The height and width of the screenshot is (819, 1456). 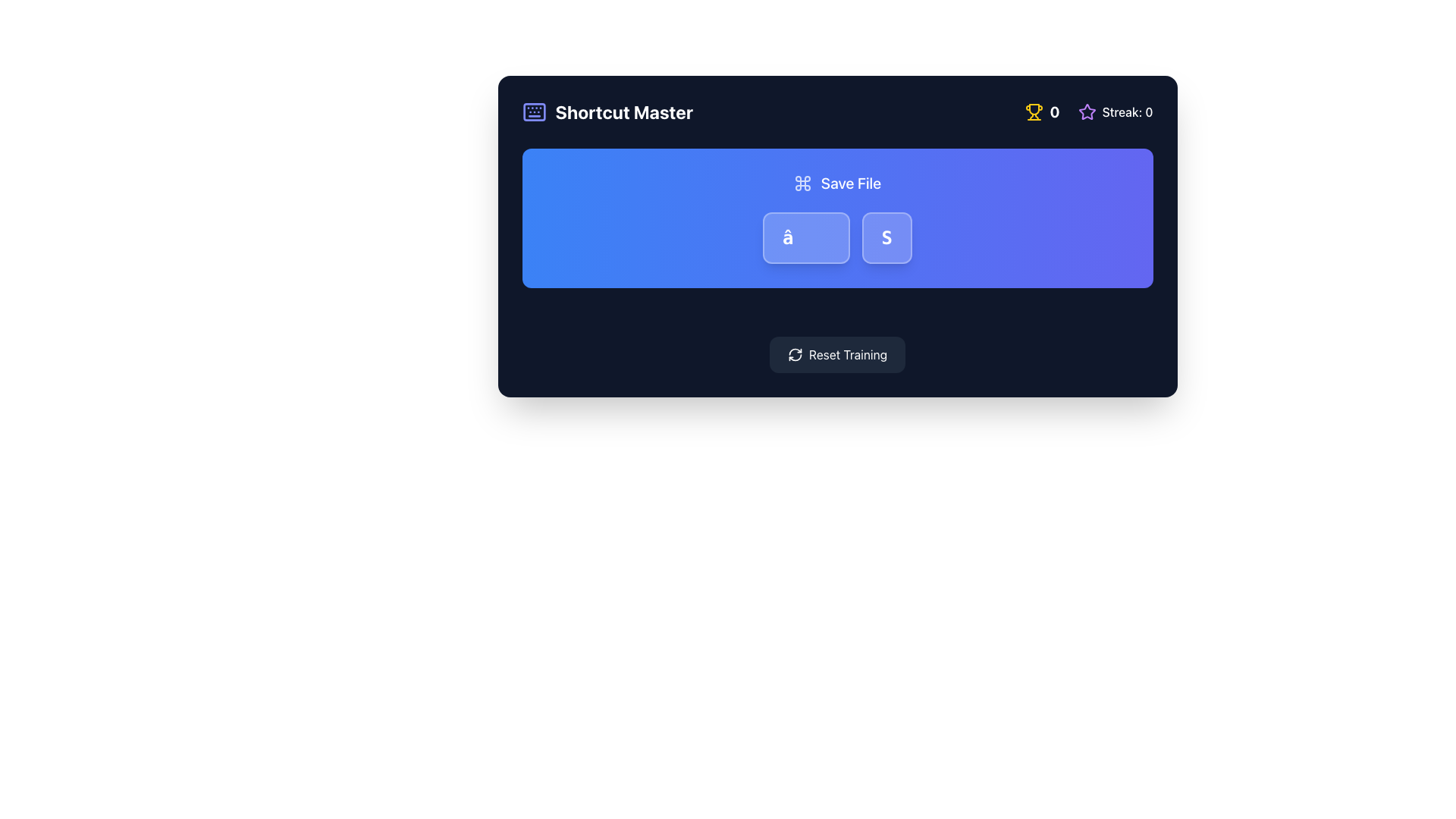 I want to click on the circular command key icon that is white with slight transparency, located above the 'Save File' label, so click(x=802, y=183).